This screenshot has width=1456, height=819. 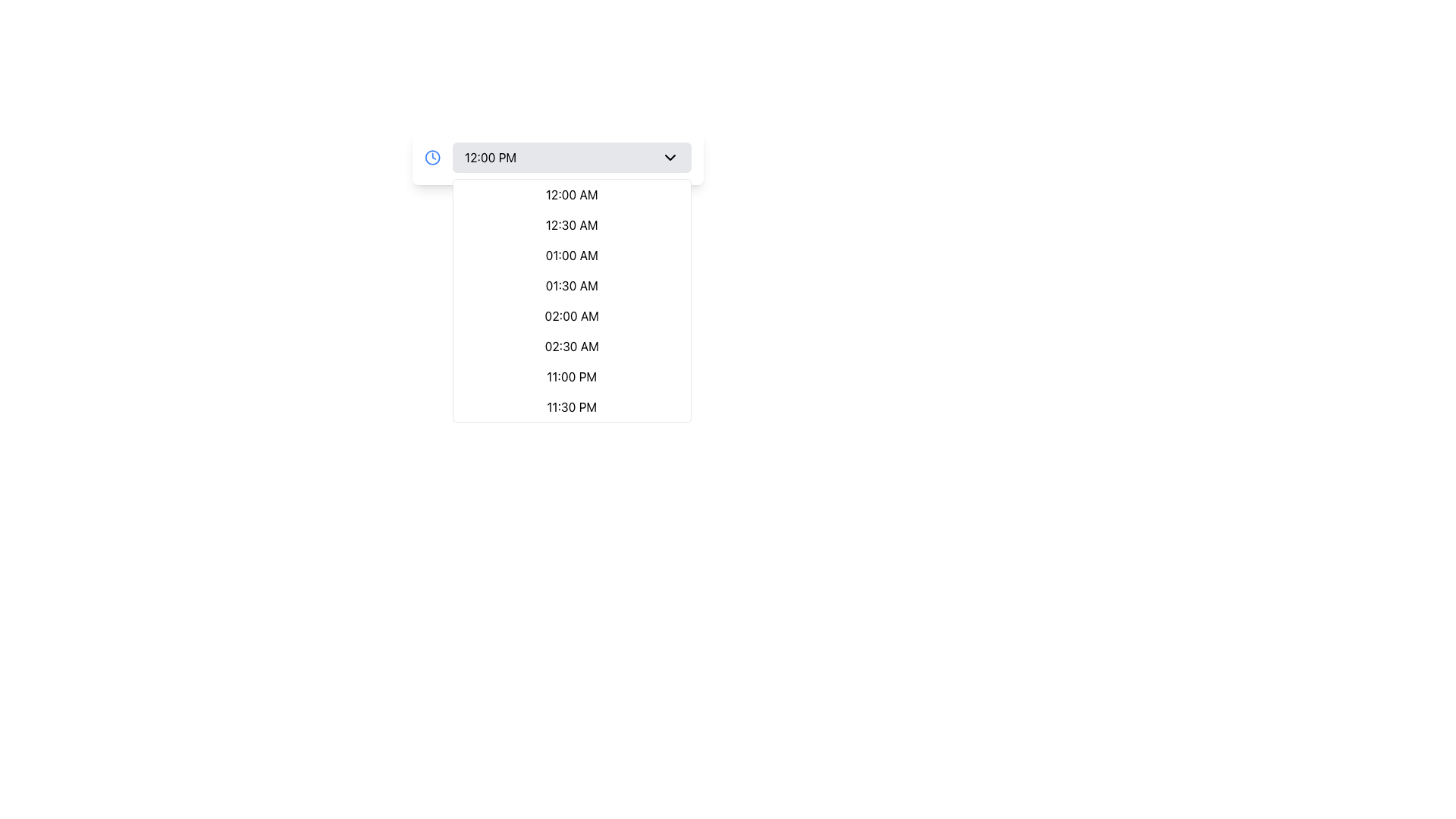 What do you see at coordinates (431, 158) in the screenshot?
I see `the blue clock icon located to the left of the dropdown menu displaying '12:00 PM'` at bounding box center [431, 158].